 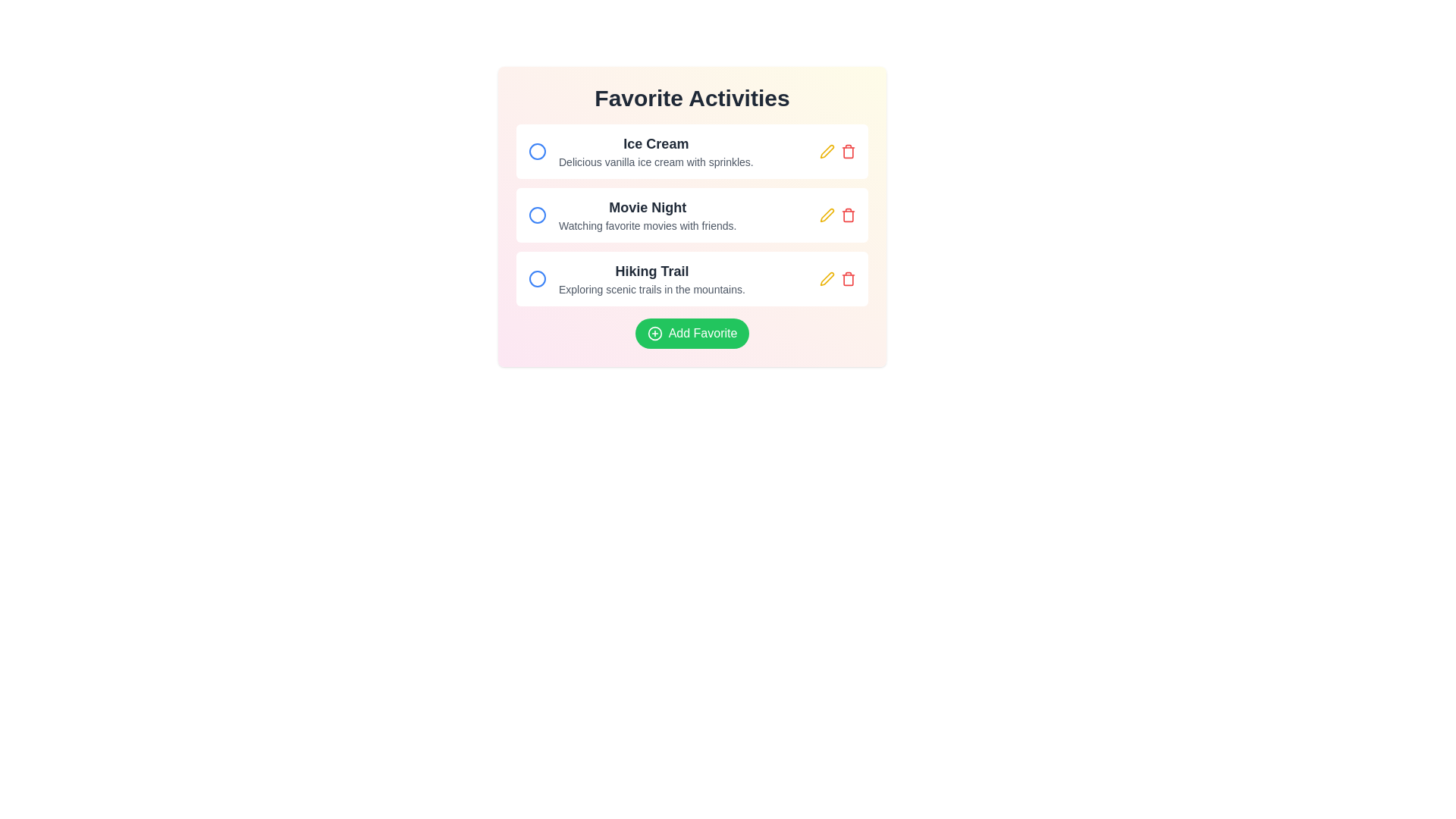 What do you see at coordinates (538, 278) in the screenshot?
I see `the SVG Circle emblem for the 'Hiking Trail' item in the 'Favorite Activities' list` at bounding box center [538, 278].